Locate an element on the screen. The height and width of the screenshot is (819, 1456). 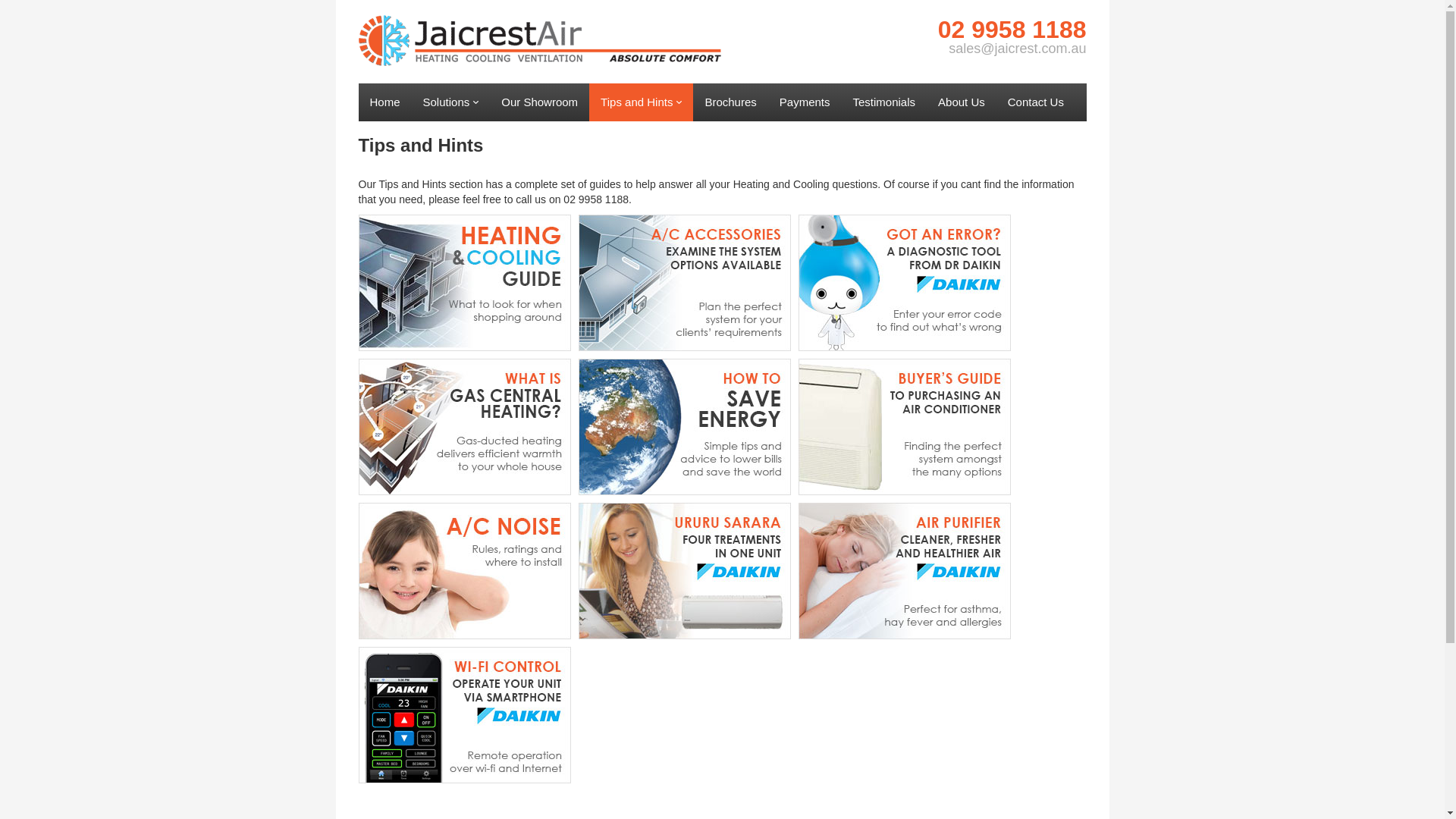
'About Us' is located at coordinates (960, 102).